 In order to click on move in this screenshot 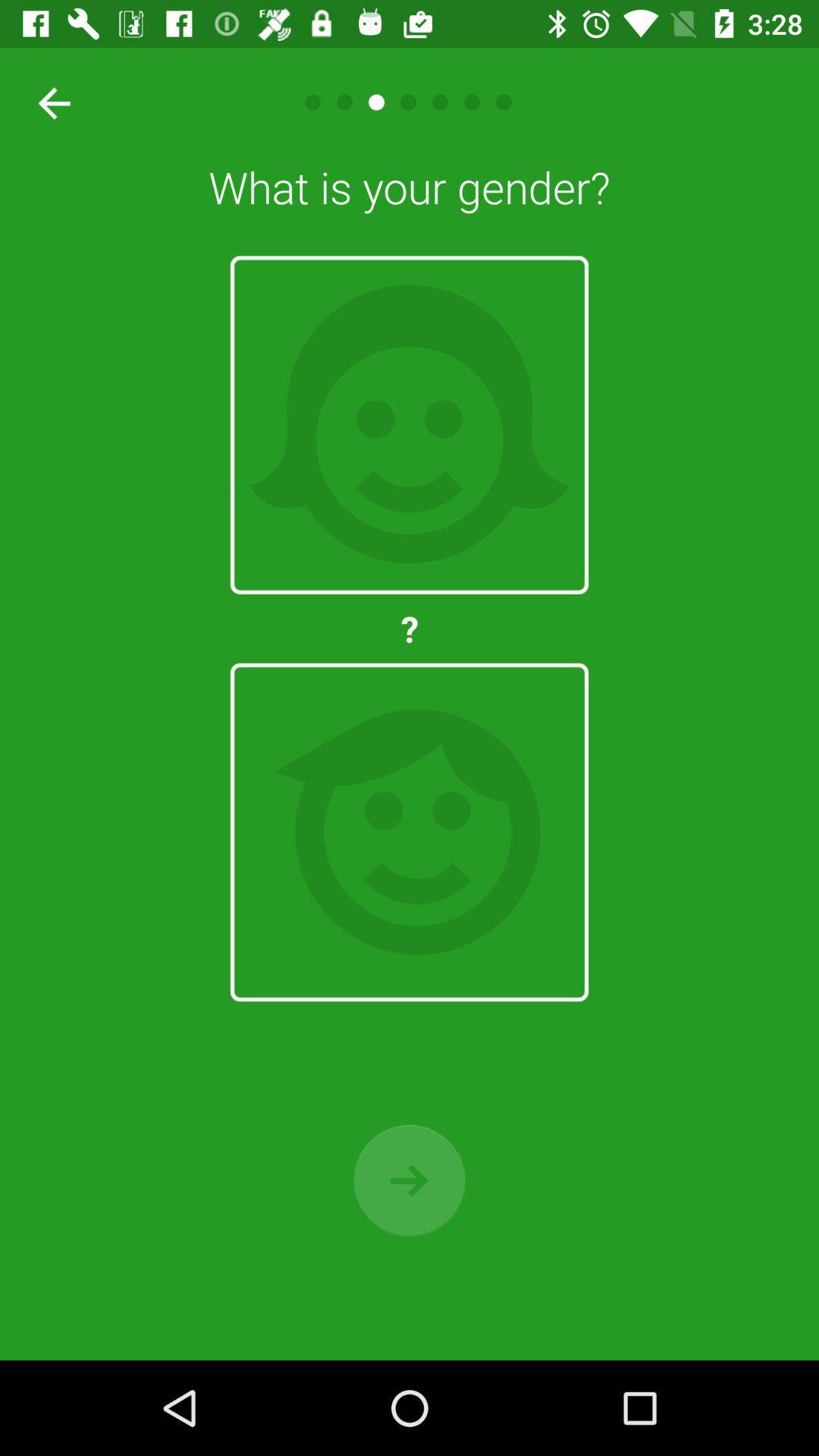, I will do `click(409, 1179)`.